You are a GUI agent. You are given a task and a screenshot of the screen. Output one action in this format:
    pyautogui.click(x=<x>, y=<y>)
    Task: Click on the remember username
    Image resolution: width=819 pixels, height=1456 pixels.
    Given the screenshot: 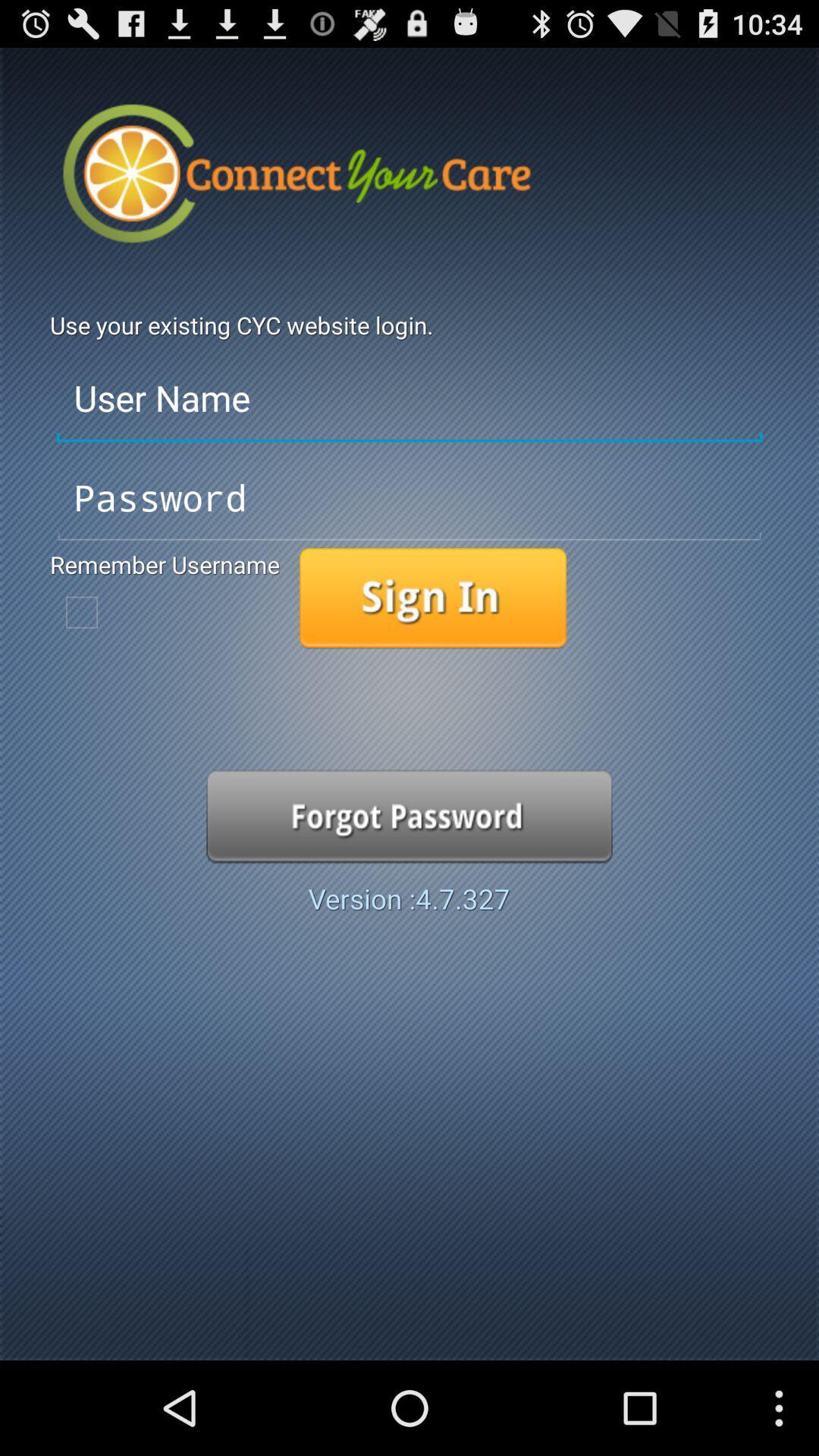 What is the action you would take?
    pyautogui.click(x=82, y=612)
    